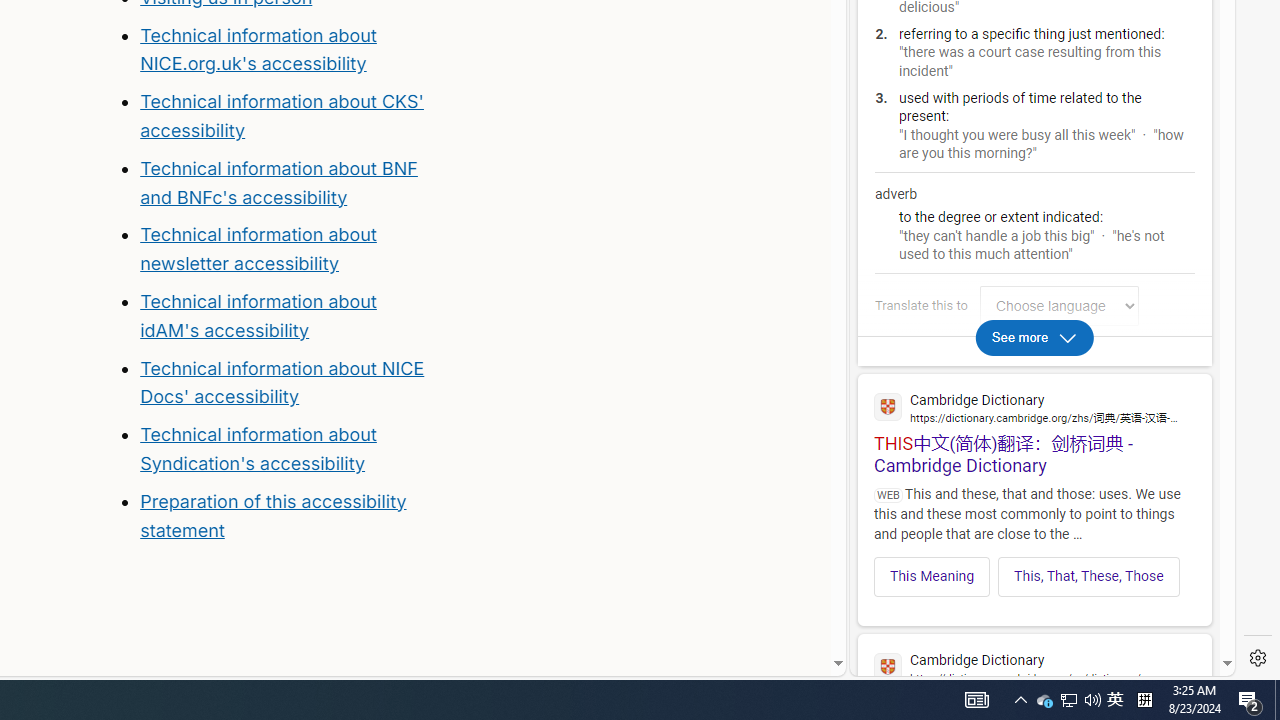 Image resolution: width=1280 pixels, height=720 pixels. What do you see at coordinates (1058, 305) in the screenshot?
I see `'Translate this to Choose language'` at bounding box center [1058, 305].